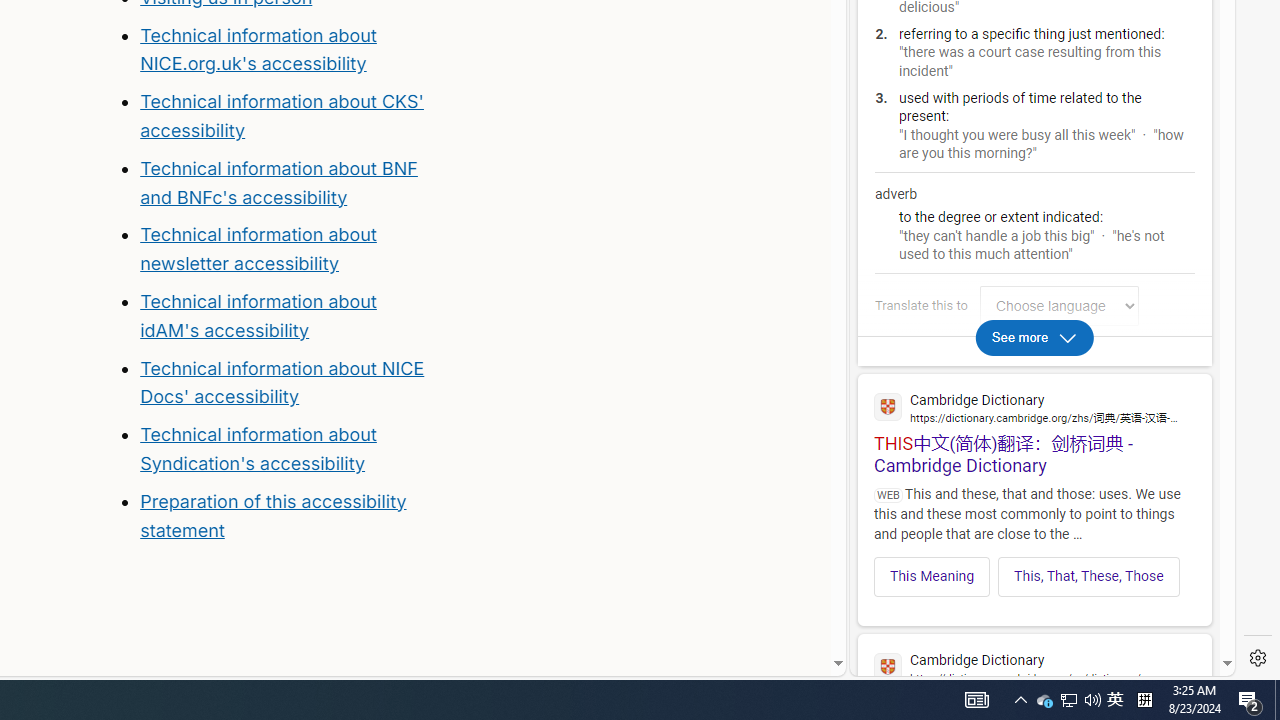 Image resolution: width=1280 pixels, height=720 pixels. What do you see at coordinates (1058, 305) in the screenshot?
I see `'Translate this to Choose language'` at bounding box center [1058, 305].